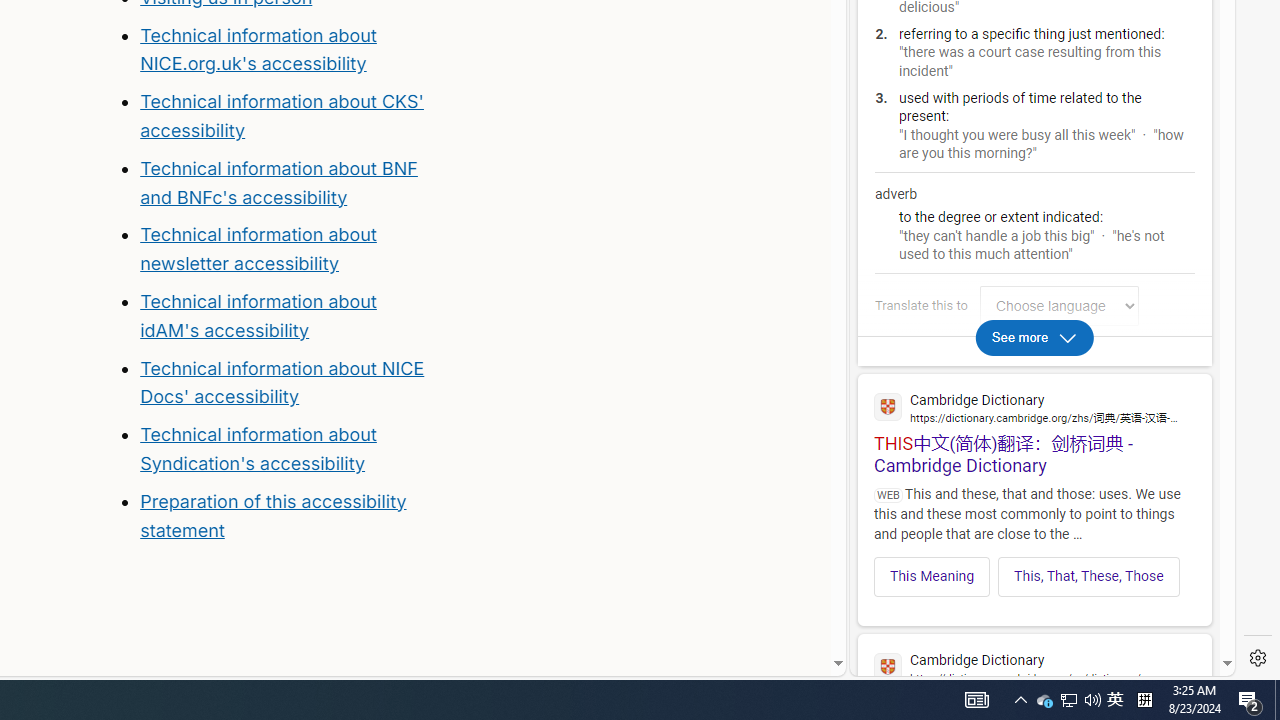 Image resolution: width=1280 pixels, height=720 pixels. What do you see at coordinates (1058, 305) in the screenshot?
I see `'Translate this to Choose language'` at bounding box center [1058, 305].